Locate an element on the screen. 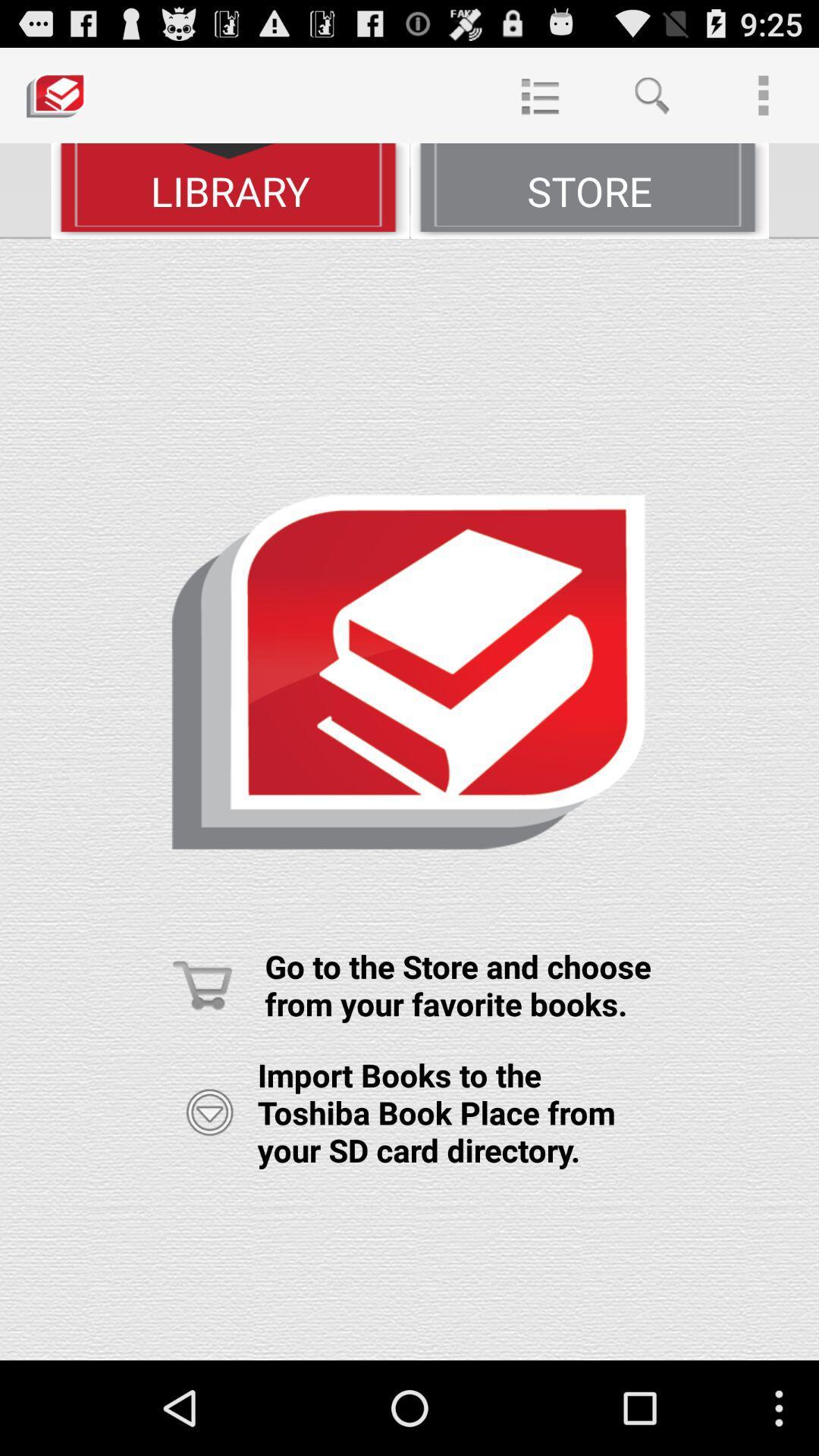 The height and width of the screenshot is (1456, 819). icon above the store is located at coordinates (539, 94).